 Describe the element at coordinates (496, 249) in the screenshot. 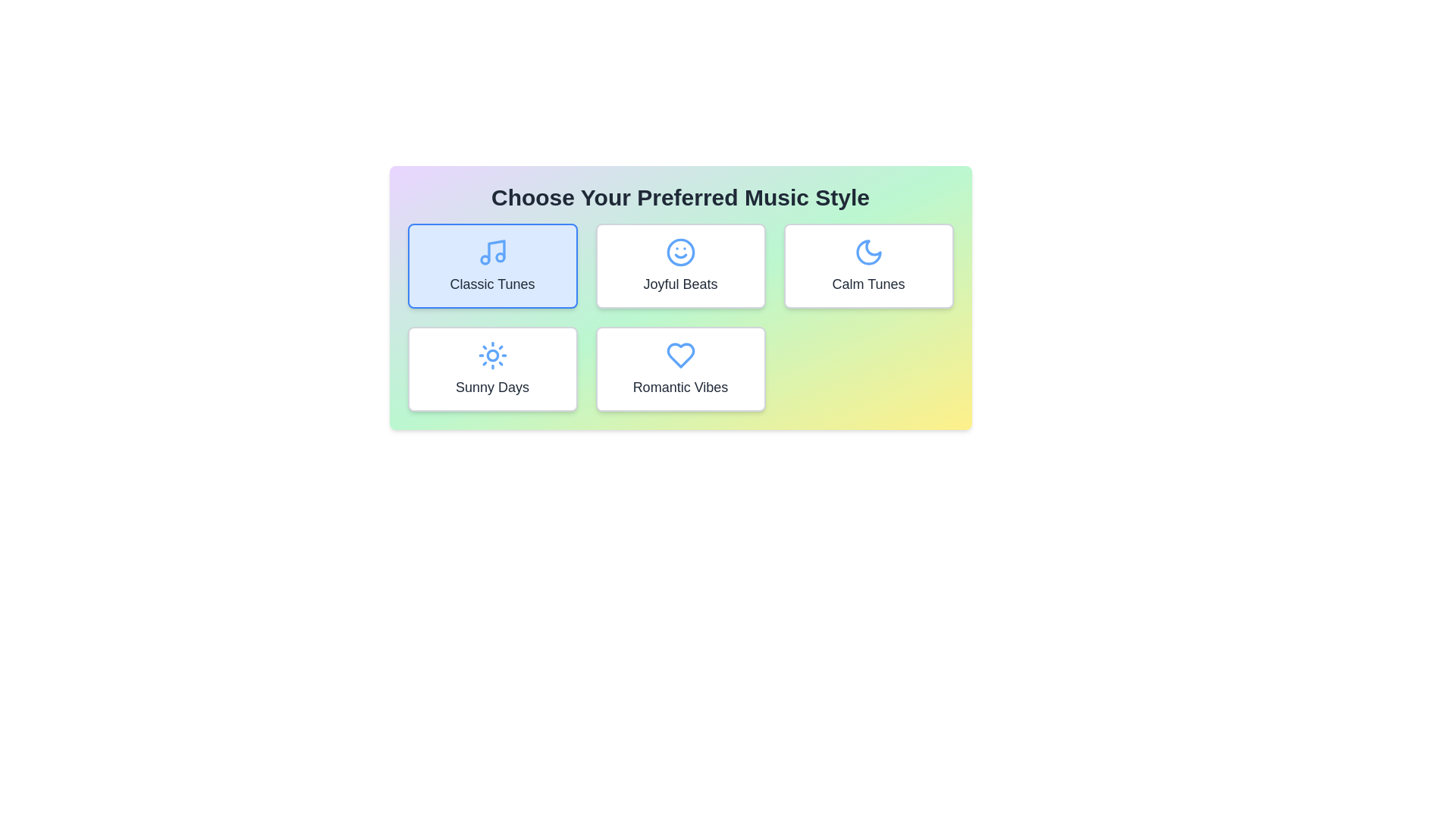

I see `the 'Classic Tunes' icon, which is the first item in the top row of the grid-style layout in the panel, serving as a visual representation of the music style` at that location.